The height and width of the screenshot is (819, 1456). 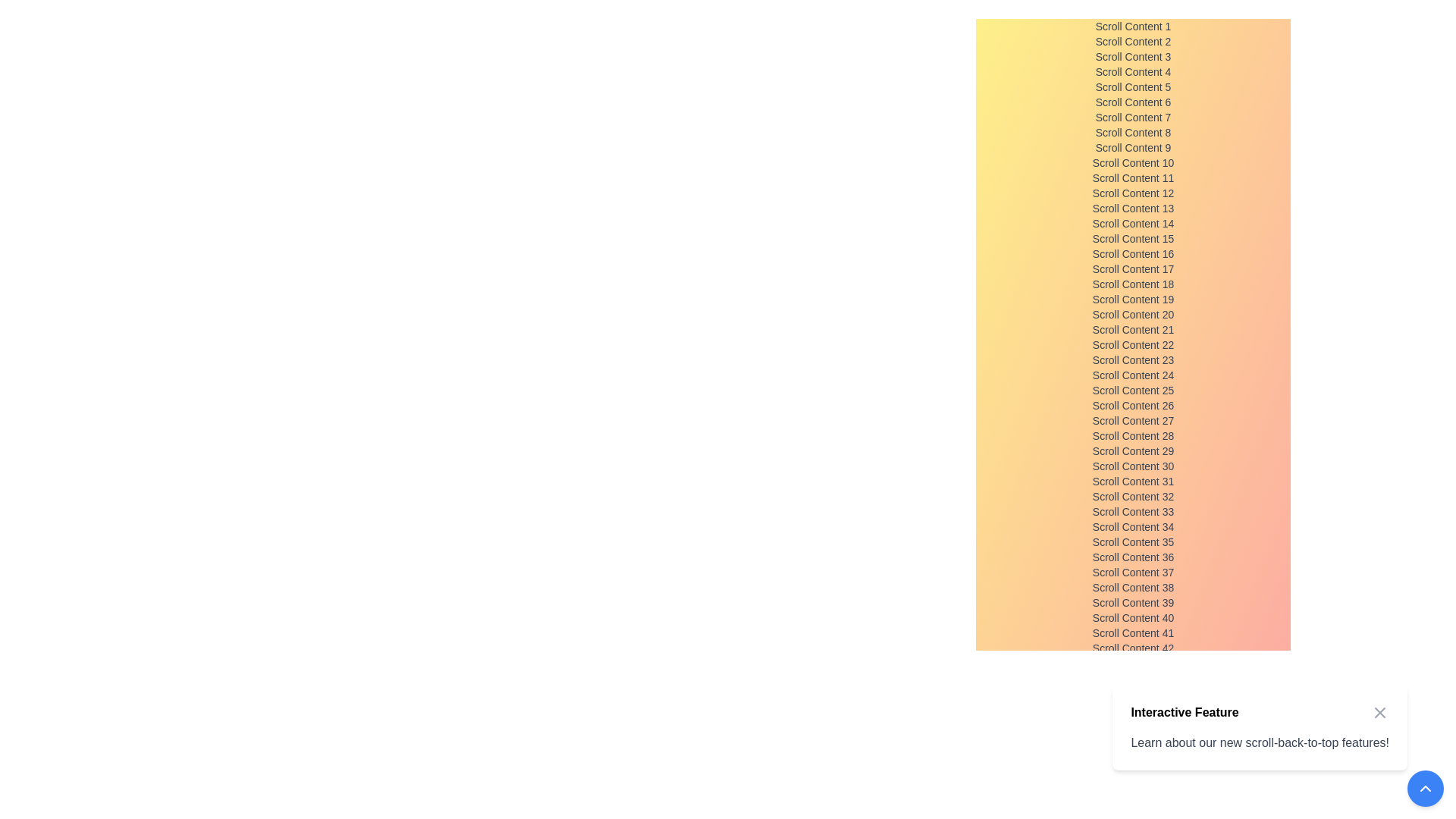 I want to click on the static text label reading 'Scroll Content 42', which is the 42nd item in a vertically stacked list of similar text snippets, aligned centrally on the right side of the layout, so click(x=1133, y=648).